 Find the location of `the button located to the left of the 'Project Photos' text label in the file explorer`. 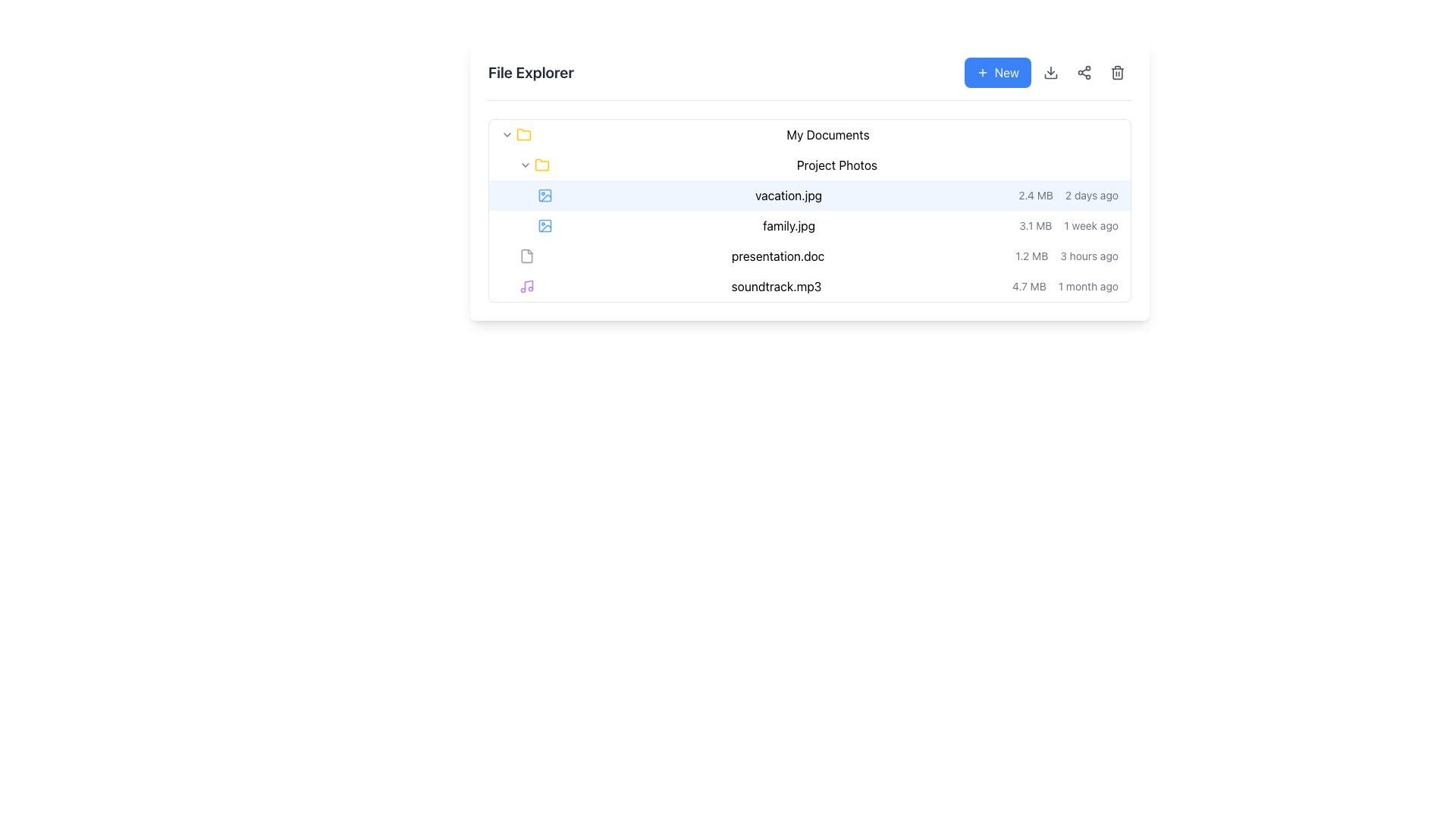

the button located to the left of the 'Project Photos' text label in the file explorer is located at coordinates (525, 165).